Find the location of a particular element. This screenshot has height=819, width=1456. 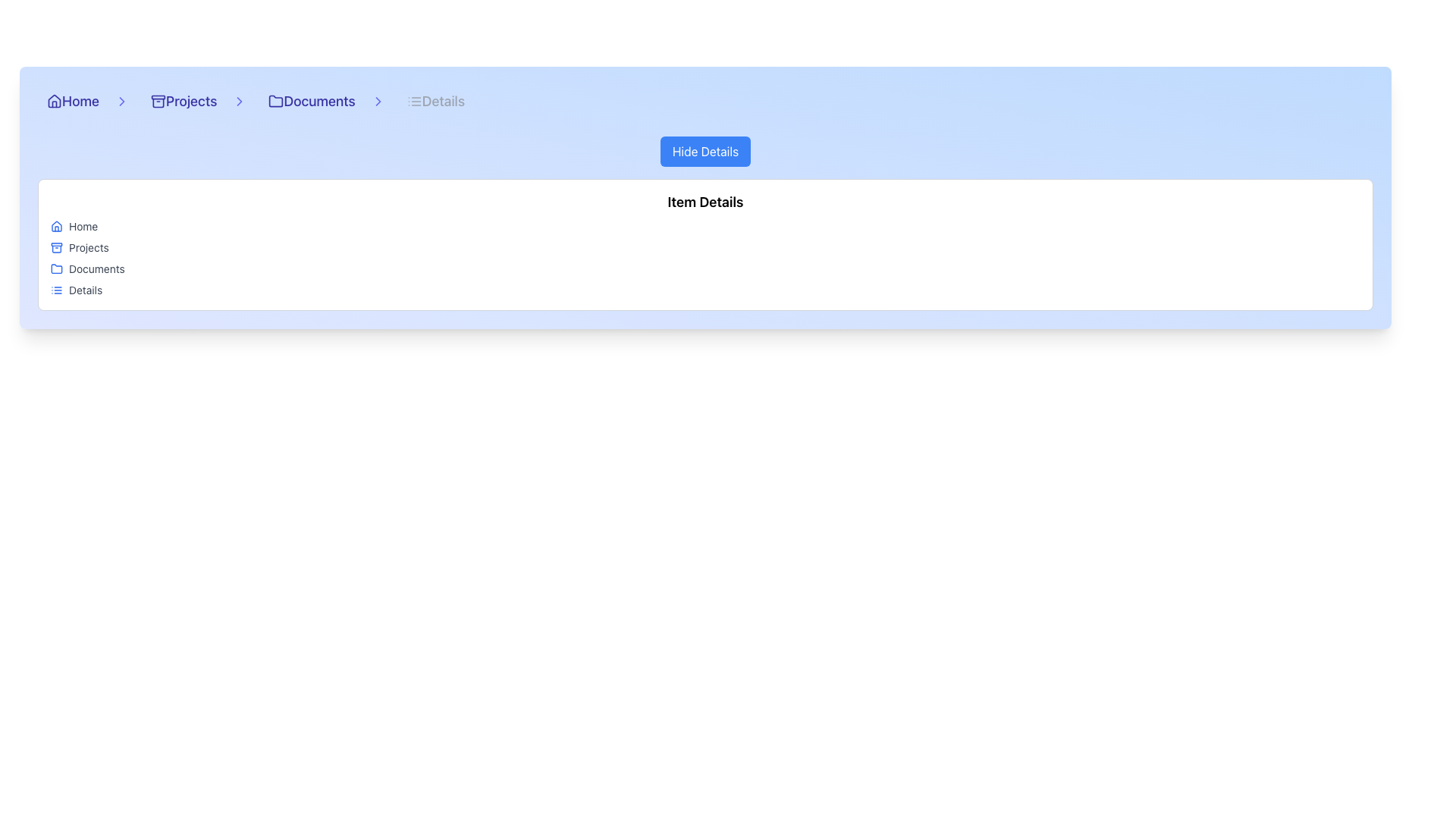

the folder icon in the breadcrumb navigation that represents the 'Documents' hierarchy level, which is the third icon in the sequence, positioned to the right of the document icon and immediately before the details icon is located at coordinates (57, 268).